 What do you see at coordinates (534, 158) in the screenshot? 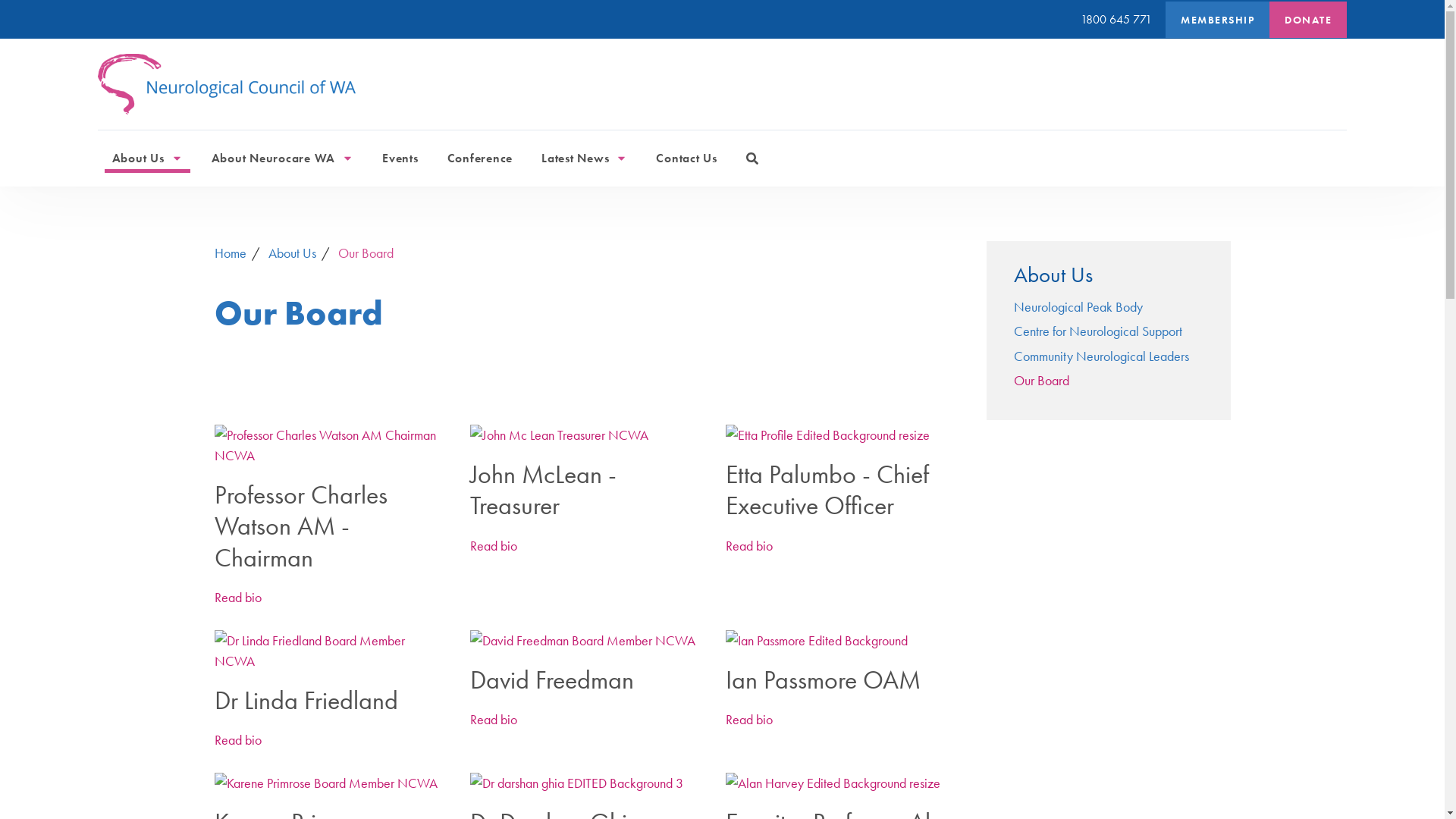
I see `'Latest News'` at bounding box center [534, 158].